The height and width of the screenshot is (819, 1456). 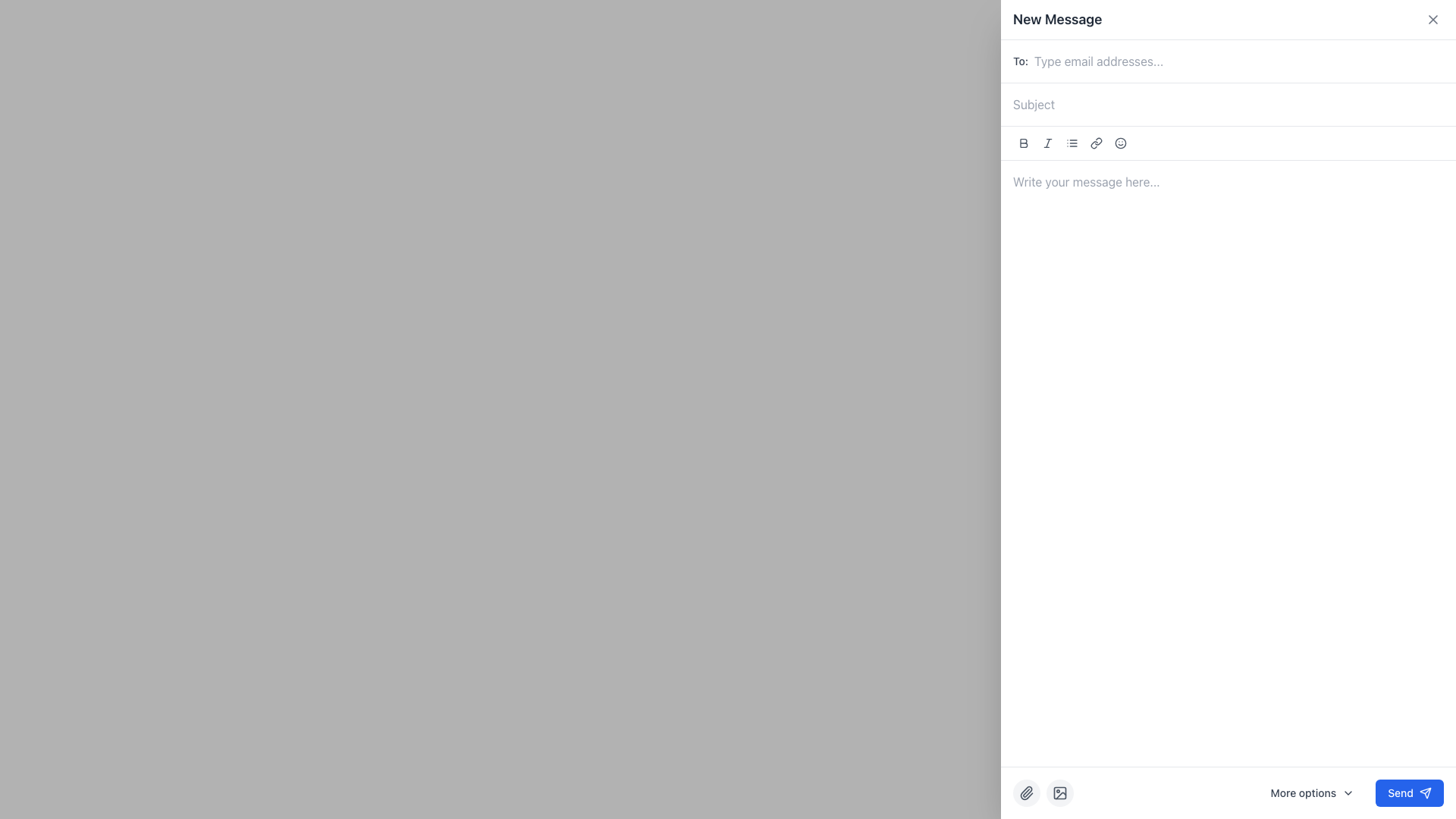 I want to click on the compact interactive icon representing an italicized 'I' symbol on the email composition toolbar, so click(x=1047, y=143).